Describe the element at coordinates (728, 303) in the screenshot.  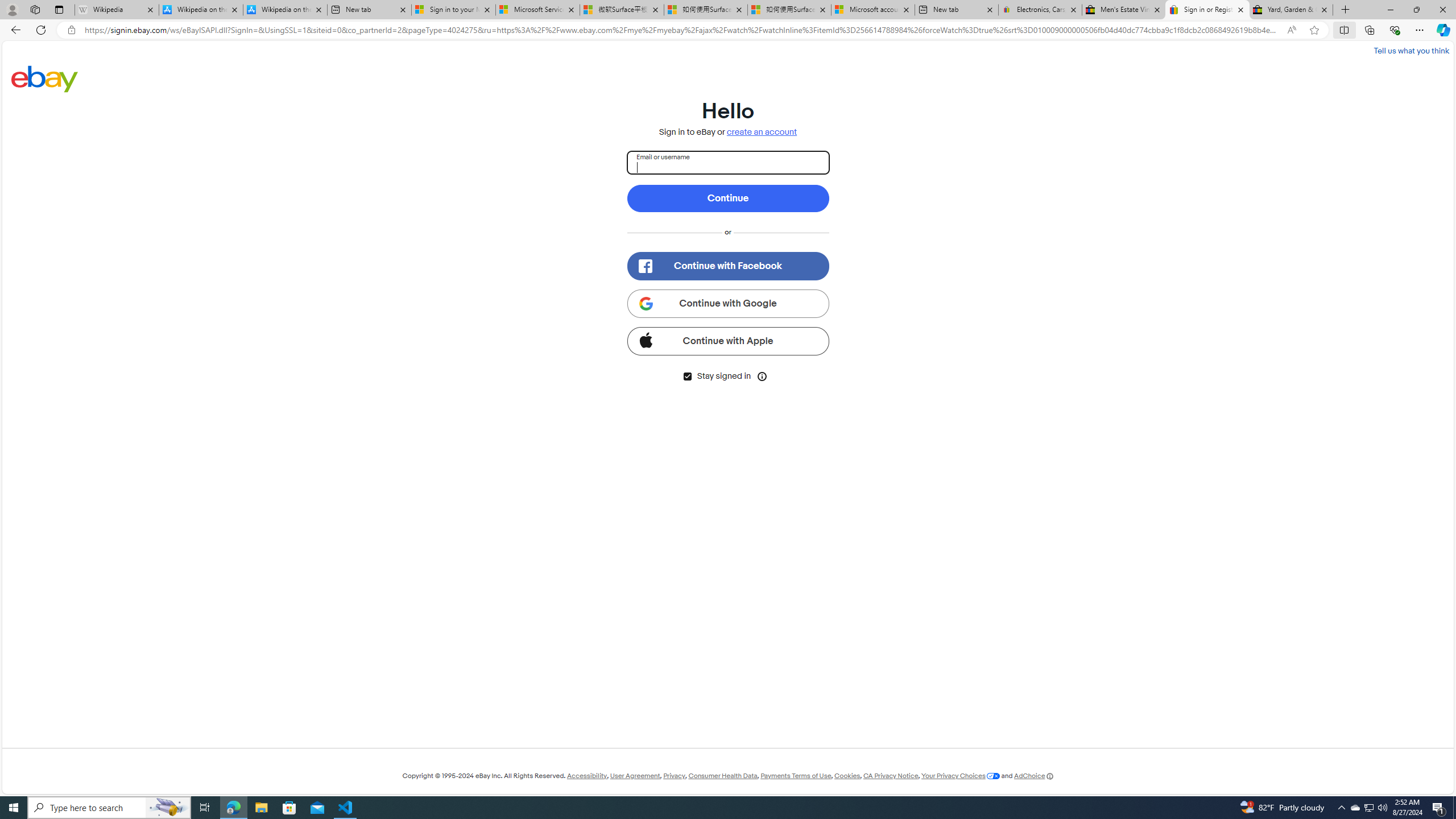
I see `'Continue with Google'` at that location.